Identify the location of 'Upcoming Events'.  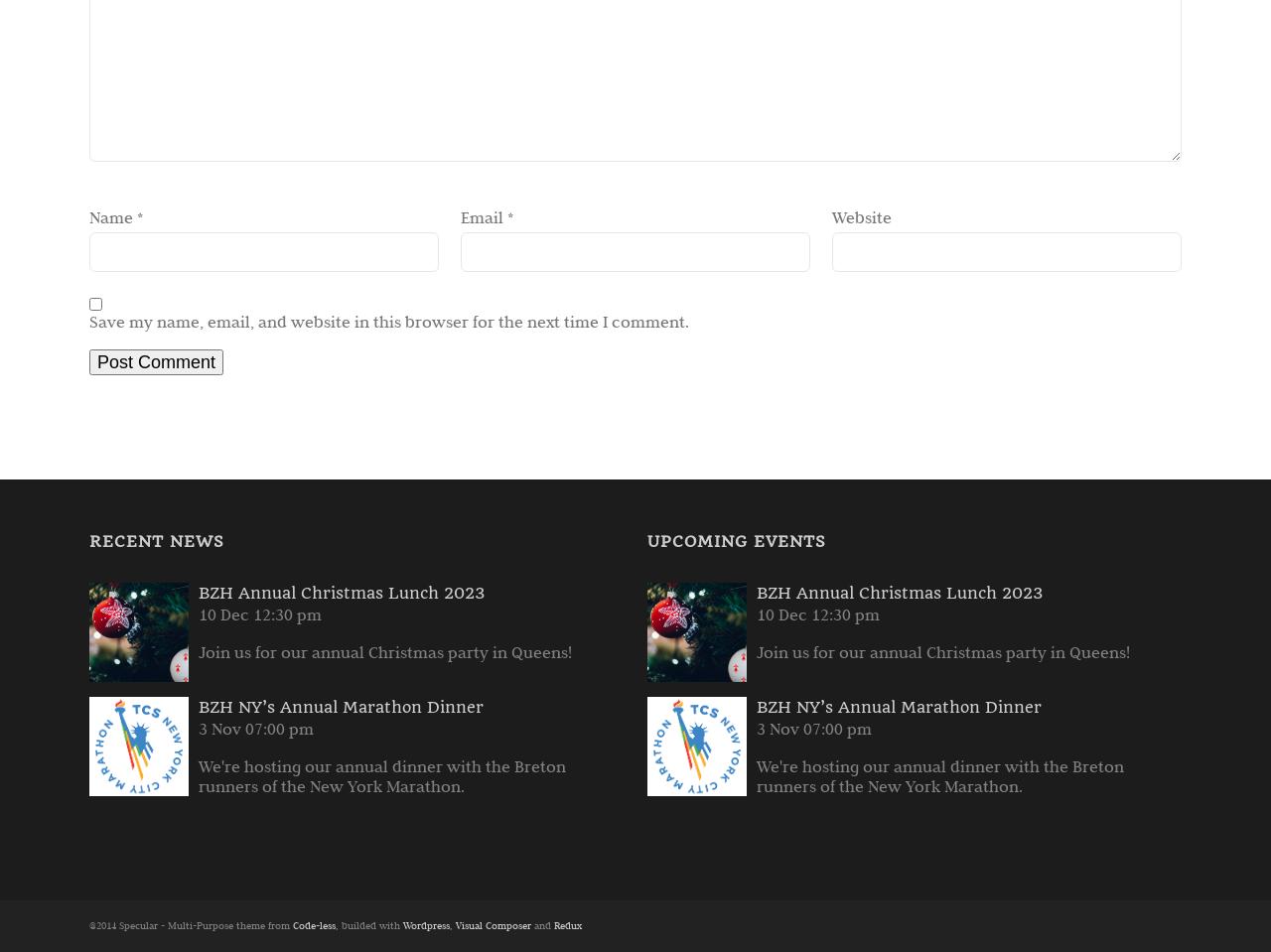
(734, 540).